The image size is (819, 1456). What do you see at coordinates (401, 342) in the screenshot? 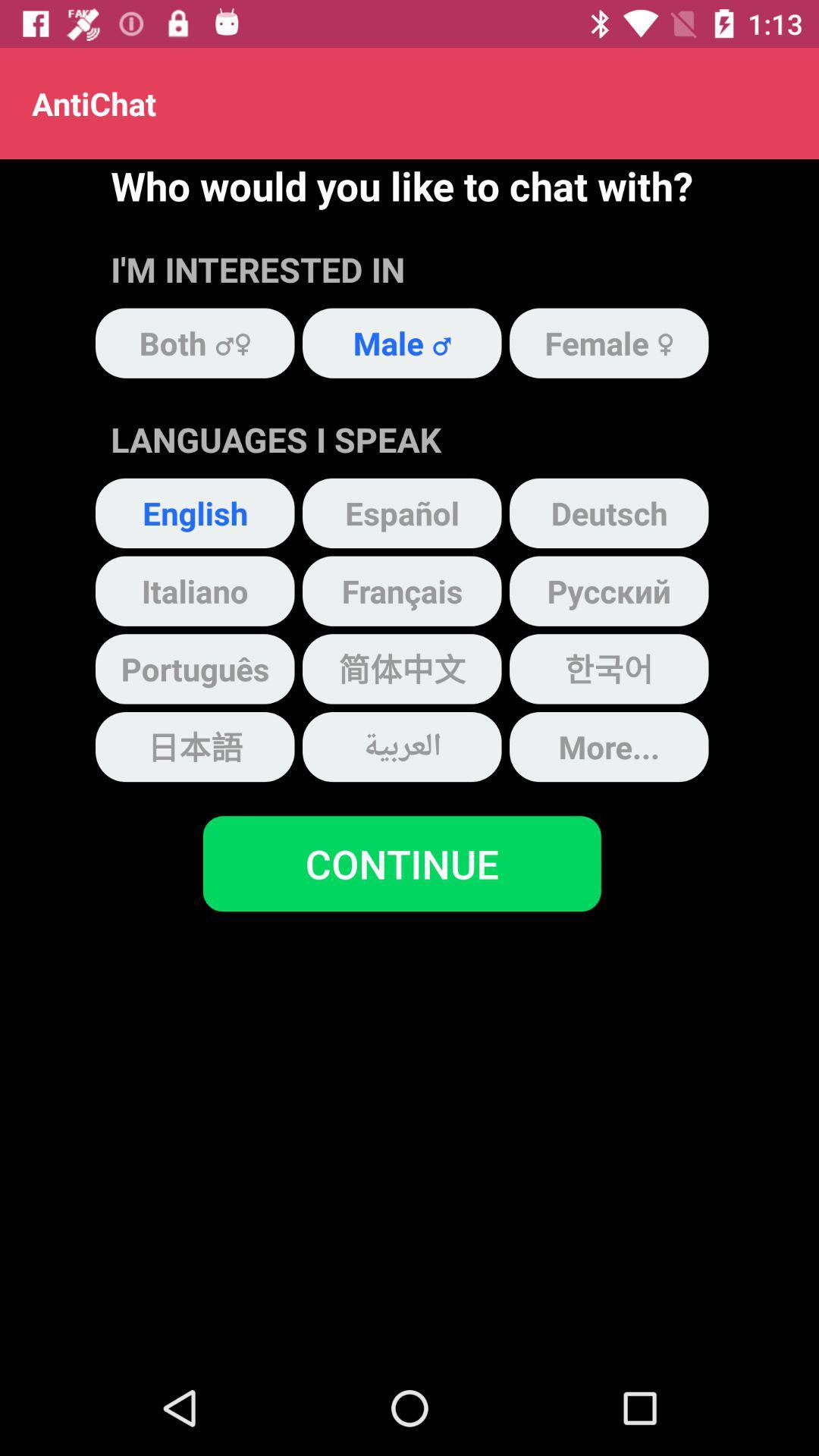
I see `item below i m interested item` at bounding box center [401, 342].